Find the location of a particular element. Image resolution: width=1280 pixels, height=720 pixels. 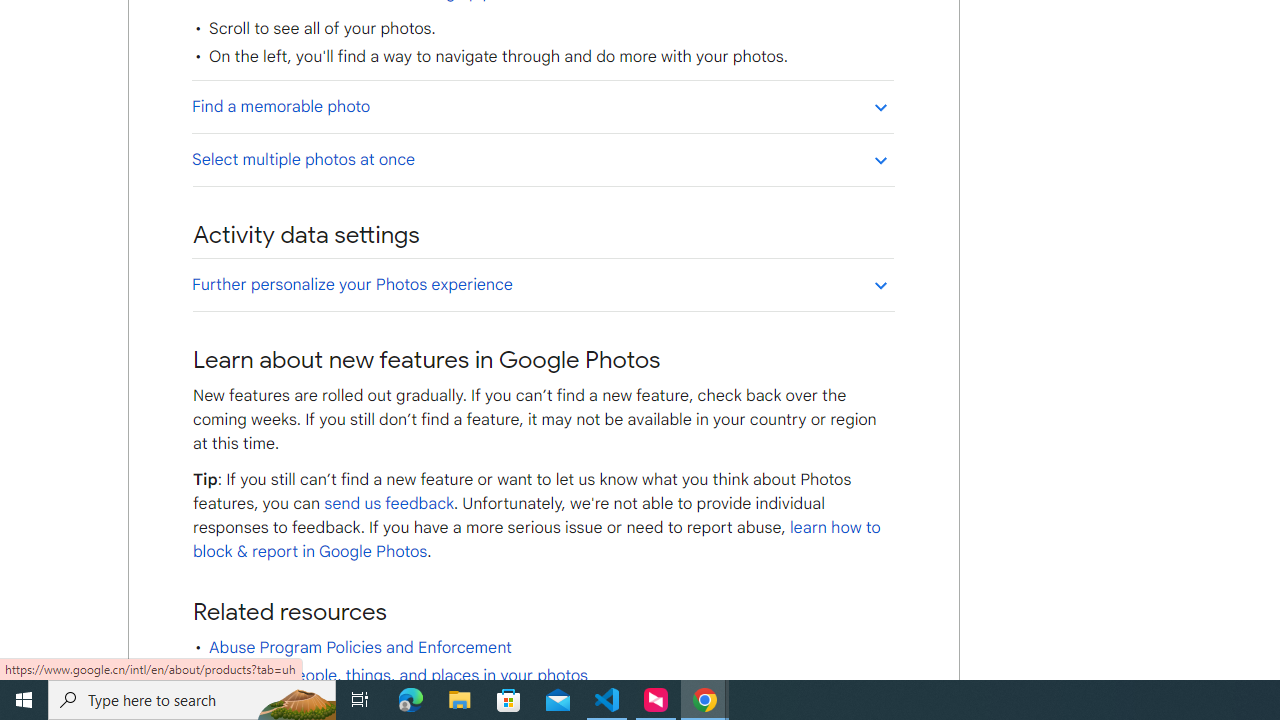

'Find a memorable photo' is located at coordinates (542, 106).